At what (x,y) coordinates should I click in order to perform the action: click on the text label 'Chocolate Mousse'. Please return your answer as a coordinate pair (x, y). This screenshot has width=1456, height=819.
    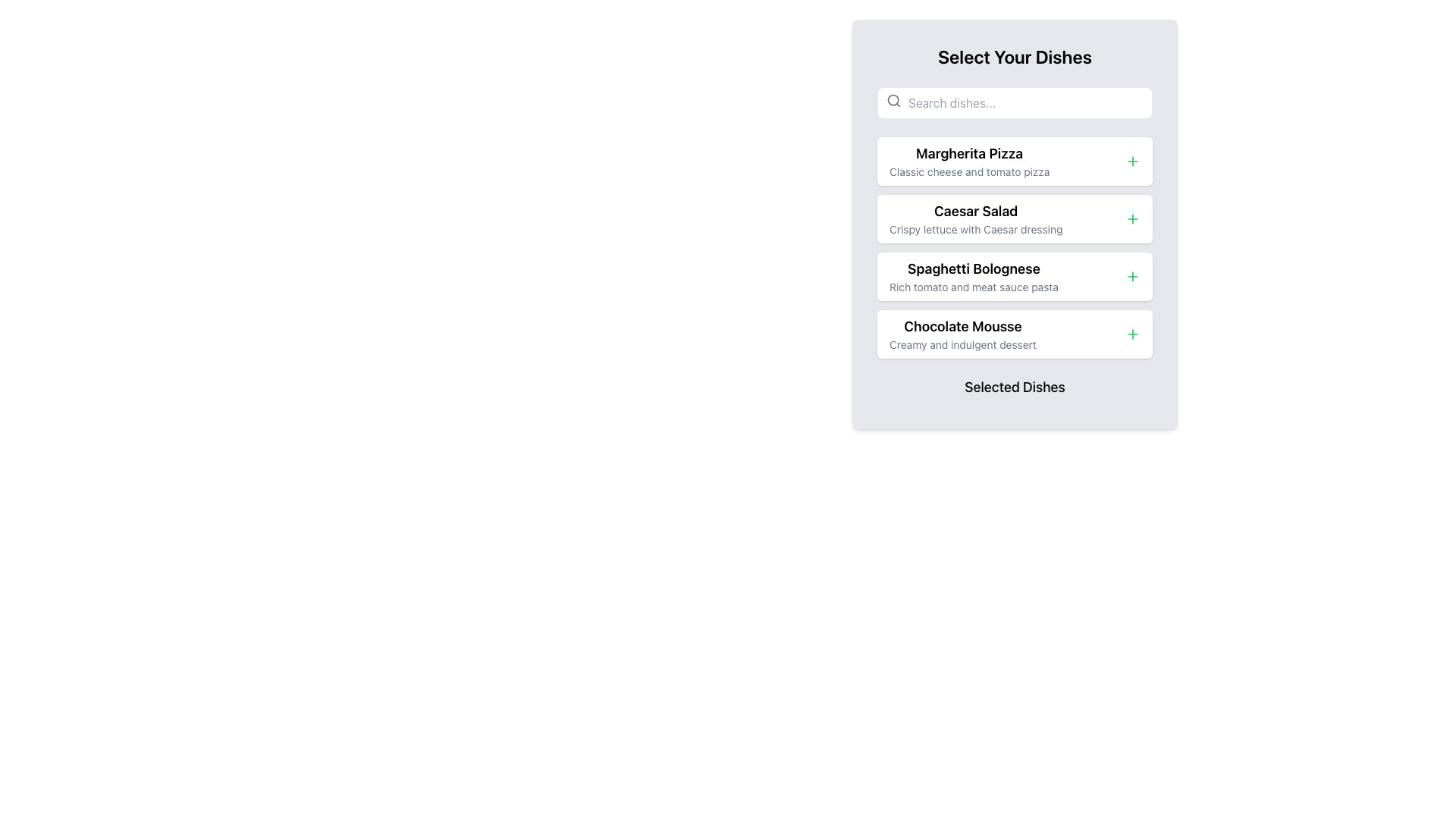
    Looking at the image, I should click on (962, 326).